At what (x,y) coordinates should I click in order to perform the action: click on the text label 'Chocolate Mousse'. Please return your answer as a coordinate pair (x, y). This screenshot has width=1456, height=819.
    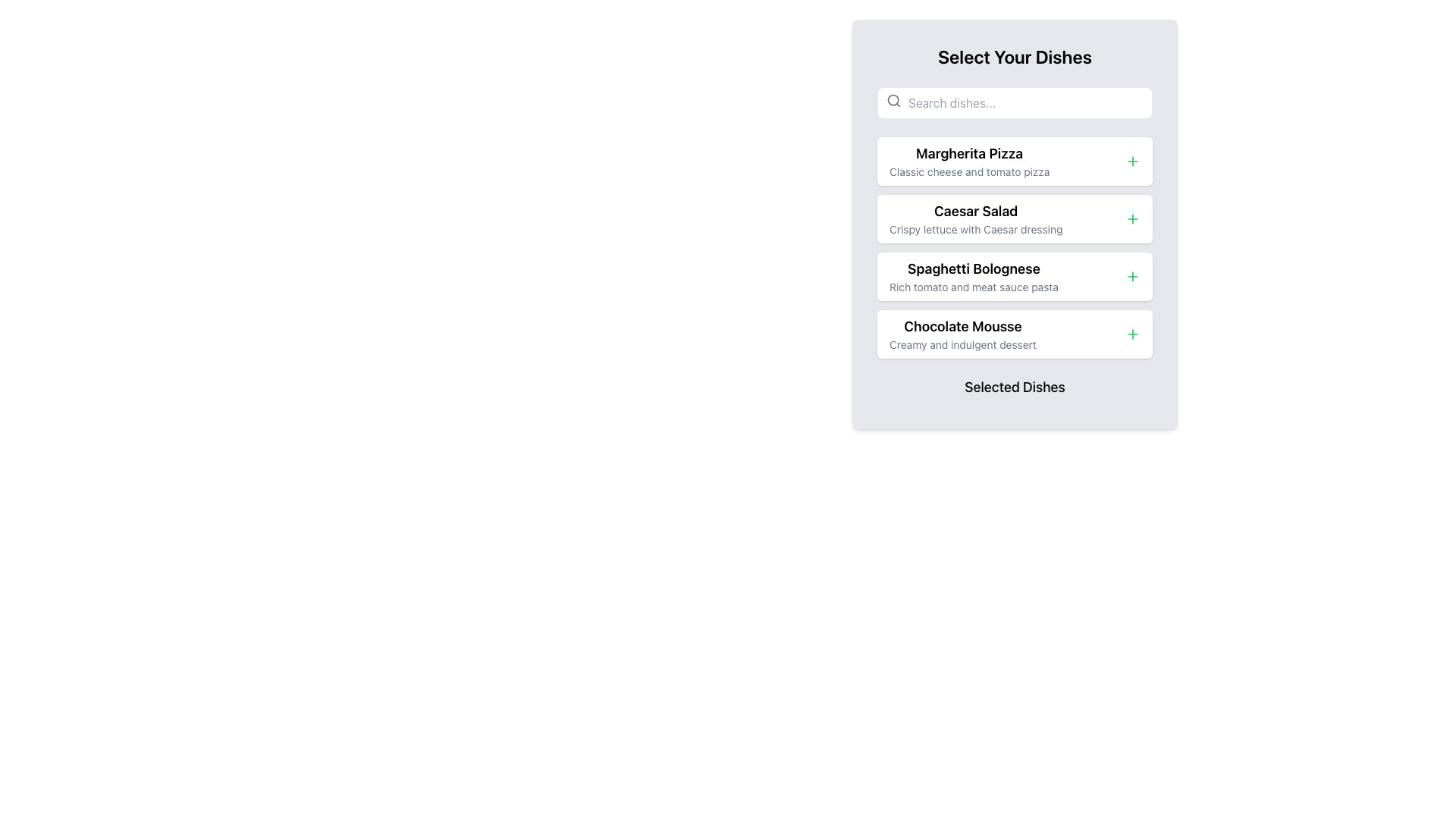
    Looking at the image, I should click on (962, 326).